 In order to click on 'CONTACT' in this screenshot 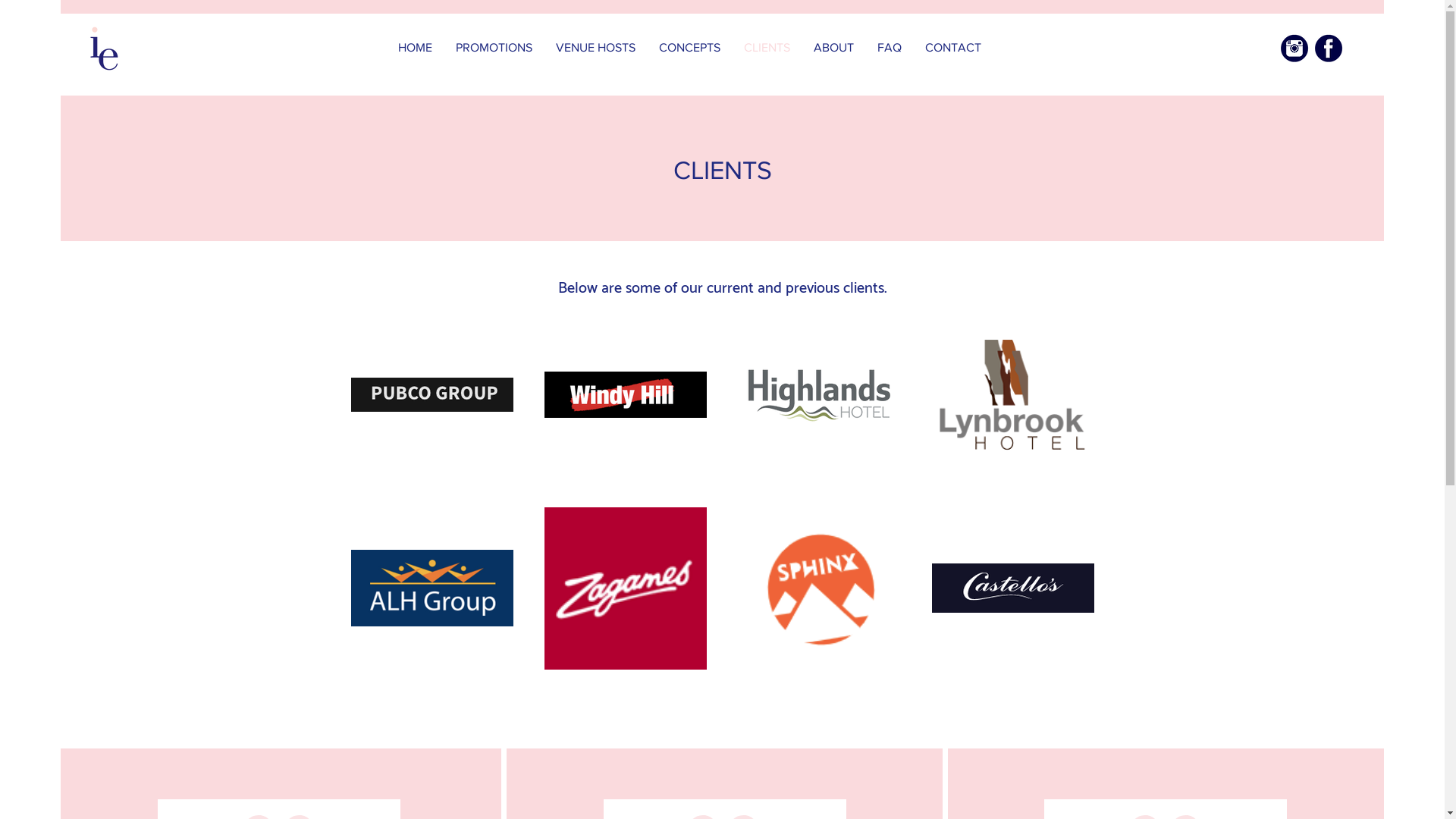, I will do `click(952, 46)`.